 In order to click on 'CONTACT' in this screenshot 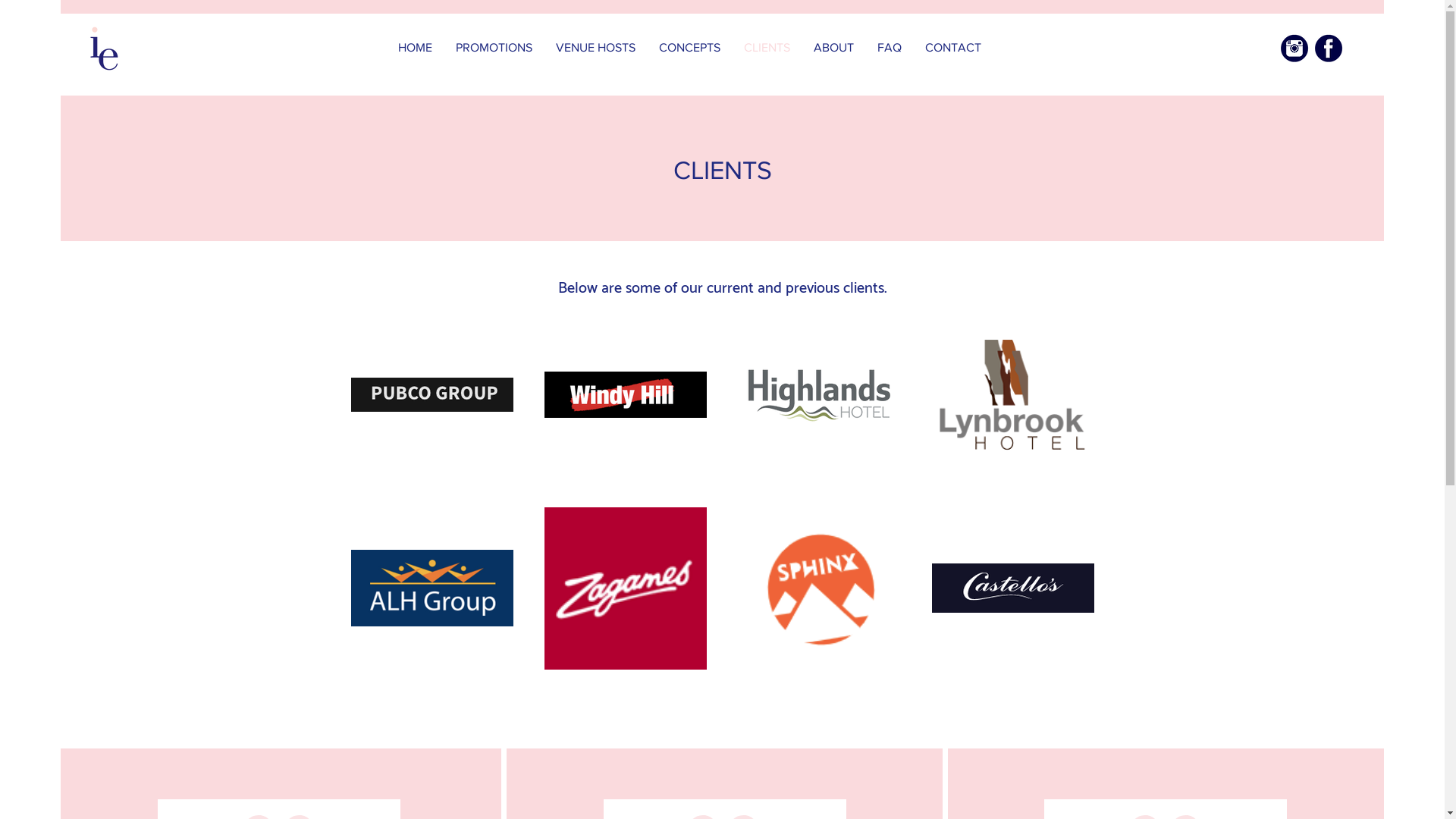, I will do `click(952, 46)`.